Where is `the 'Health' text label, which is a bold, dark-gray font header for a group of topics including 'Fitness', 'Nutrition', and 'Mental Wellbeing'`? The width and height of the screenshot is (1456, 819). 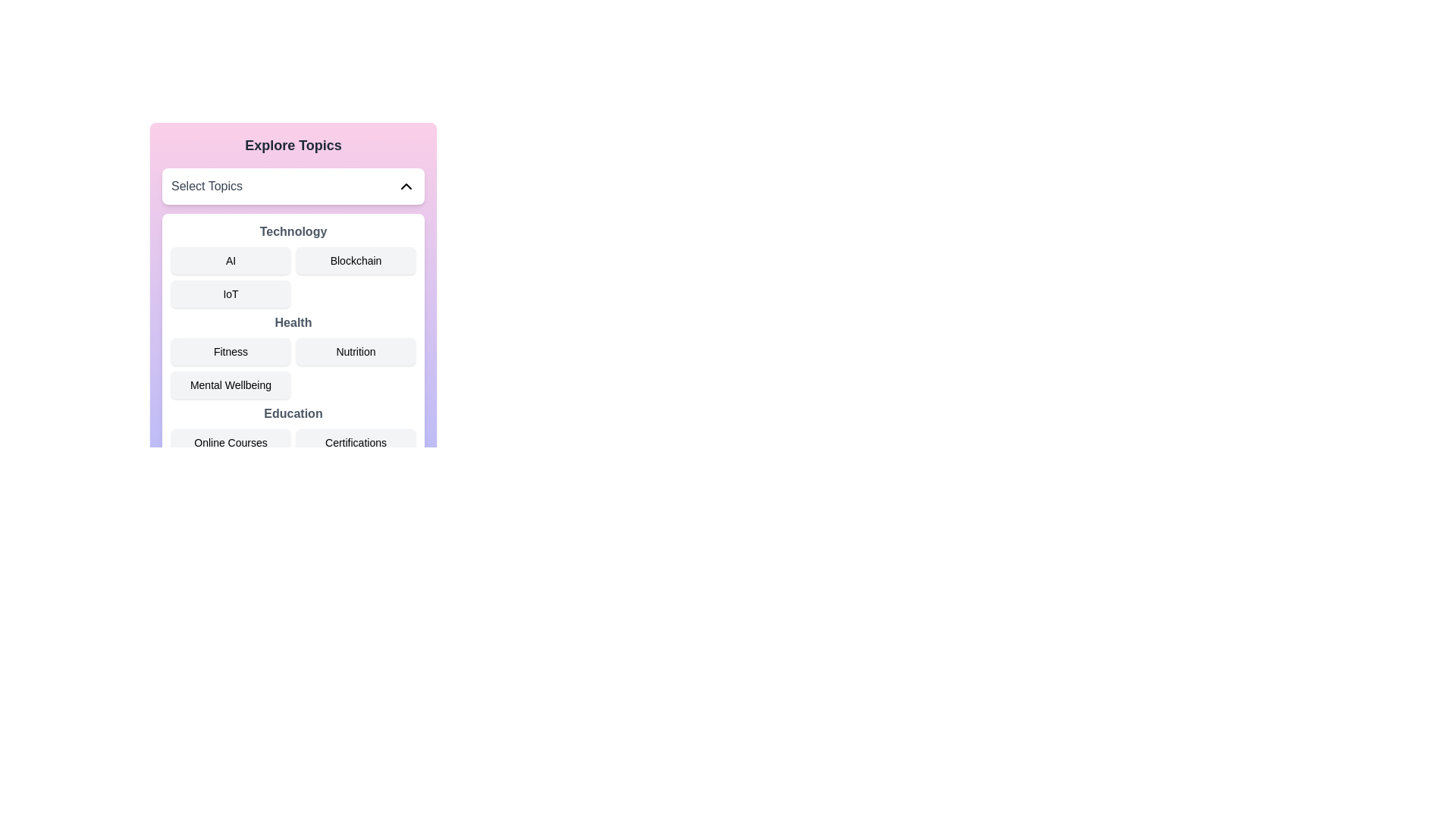
the 'Health' text label, which is a bold, dark-gray font header for a group of topics including 'Fitness', 'Nutrition', and 'Mental Wellbeing' is located at coordinates (293, 322).